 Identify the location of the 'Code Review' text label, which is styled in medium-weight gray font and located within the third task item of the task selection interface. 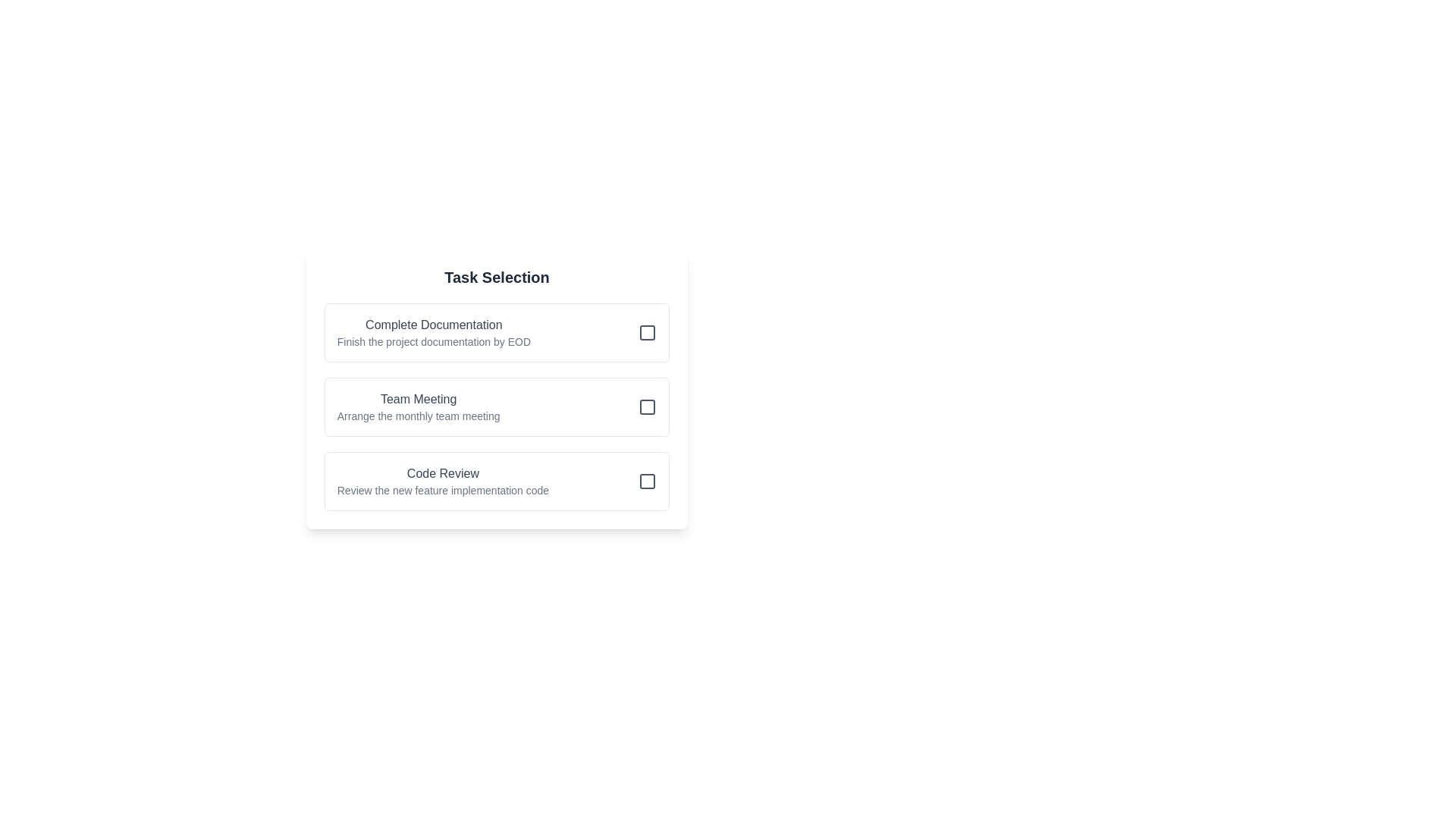
(442, 472).